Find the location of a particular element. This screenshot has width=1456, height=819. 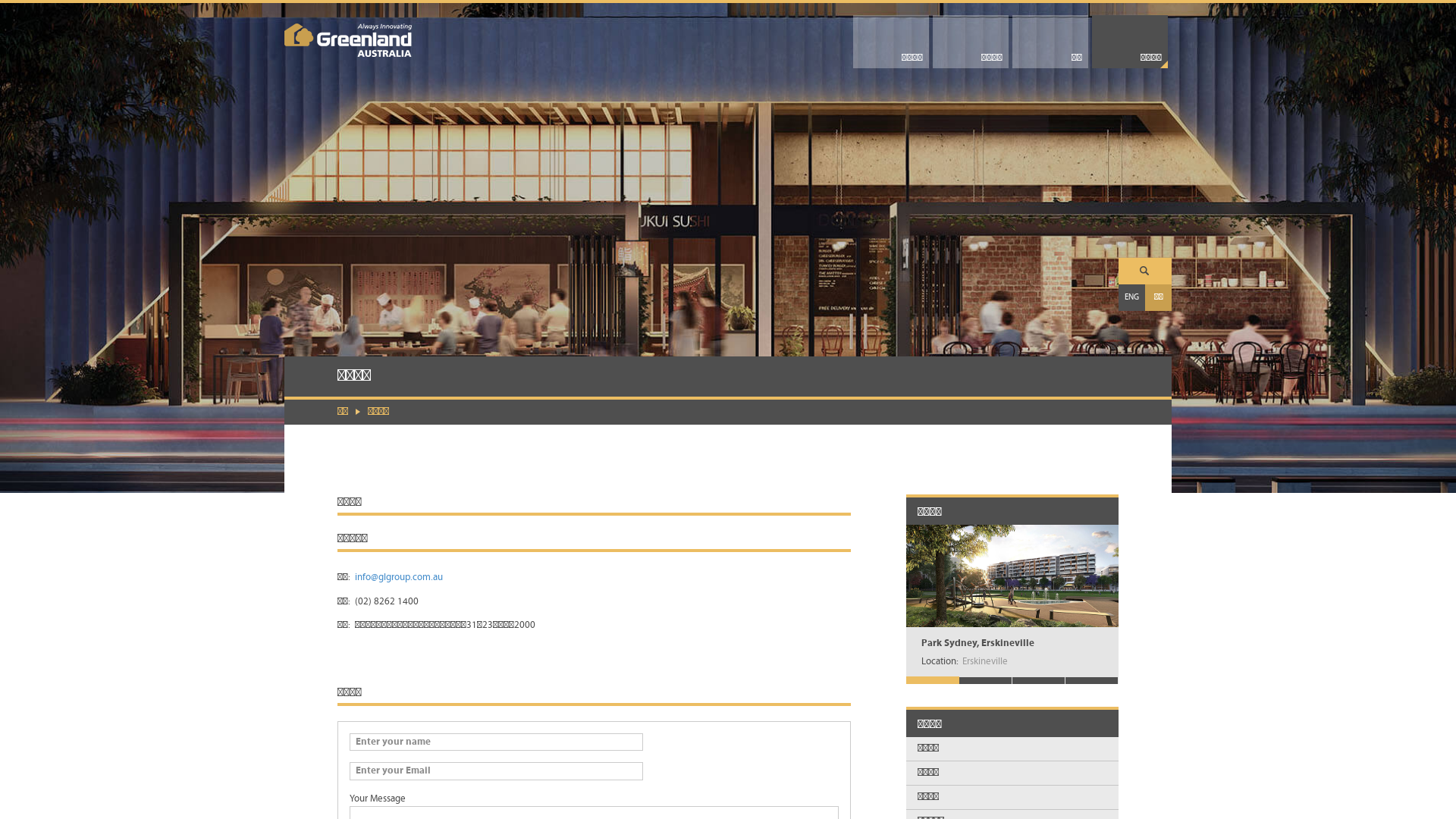

'info@glgroup.com.au' is located at coordinates (399, 577).